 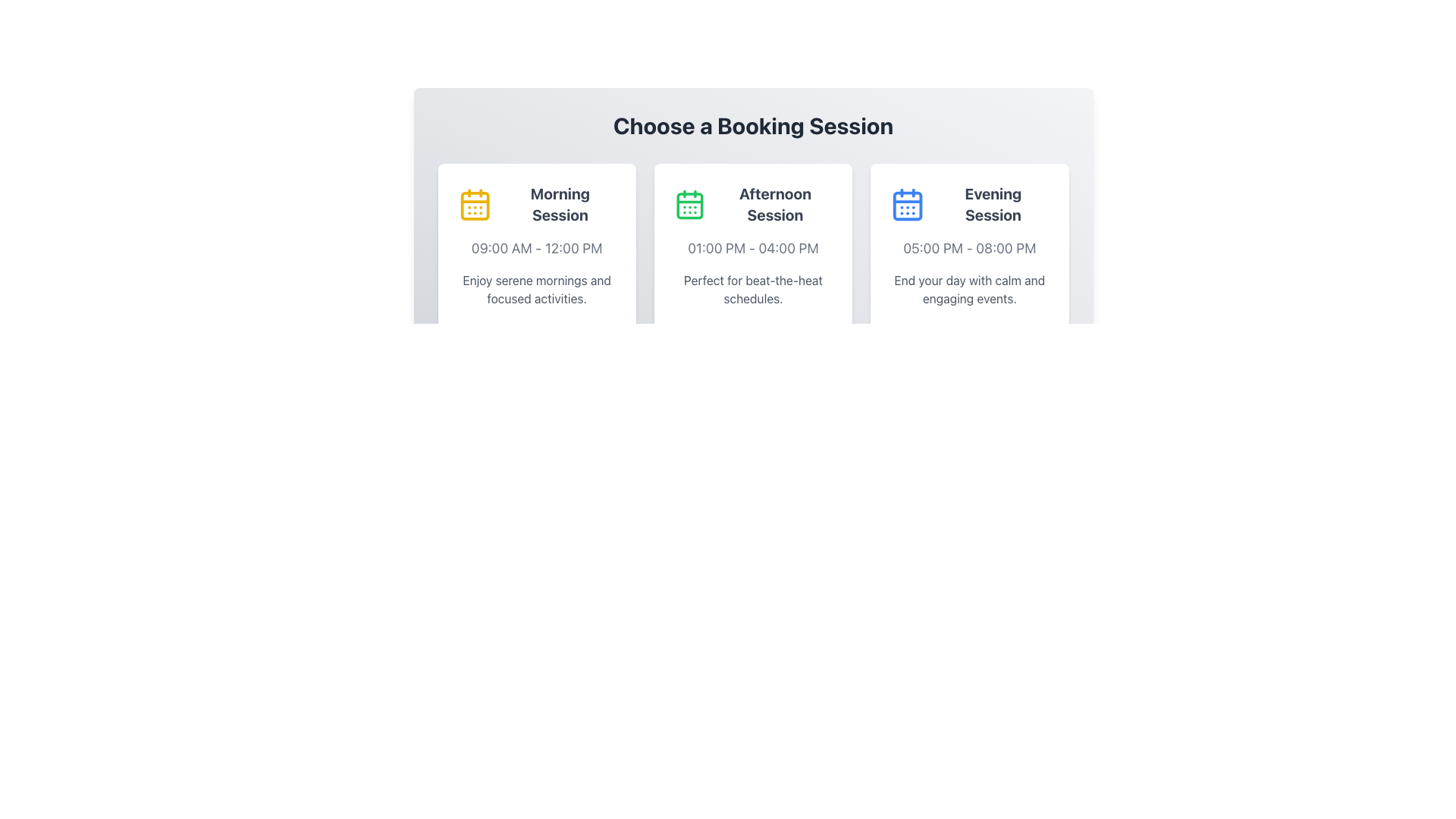 What do you see at coordinates (908, 206) in the screenshot?
I see `the 'Evening Session' icon located in the third column under the booking options` at bounding box center [908, 206].